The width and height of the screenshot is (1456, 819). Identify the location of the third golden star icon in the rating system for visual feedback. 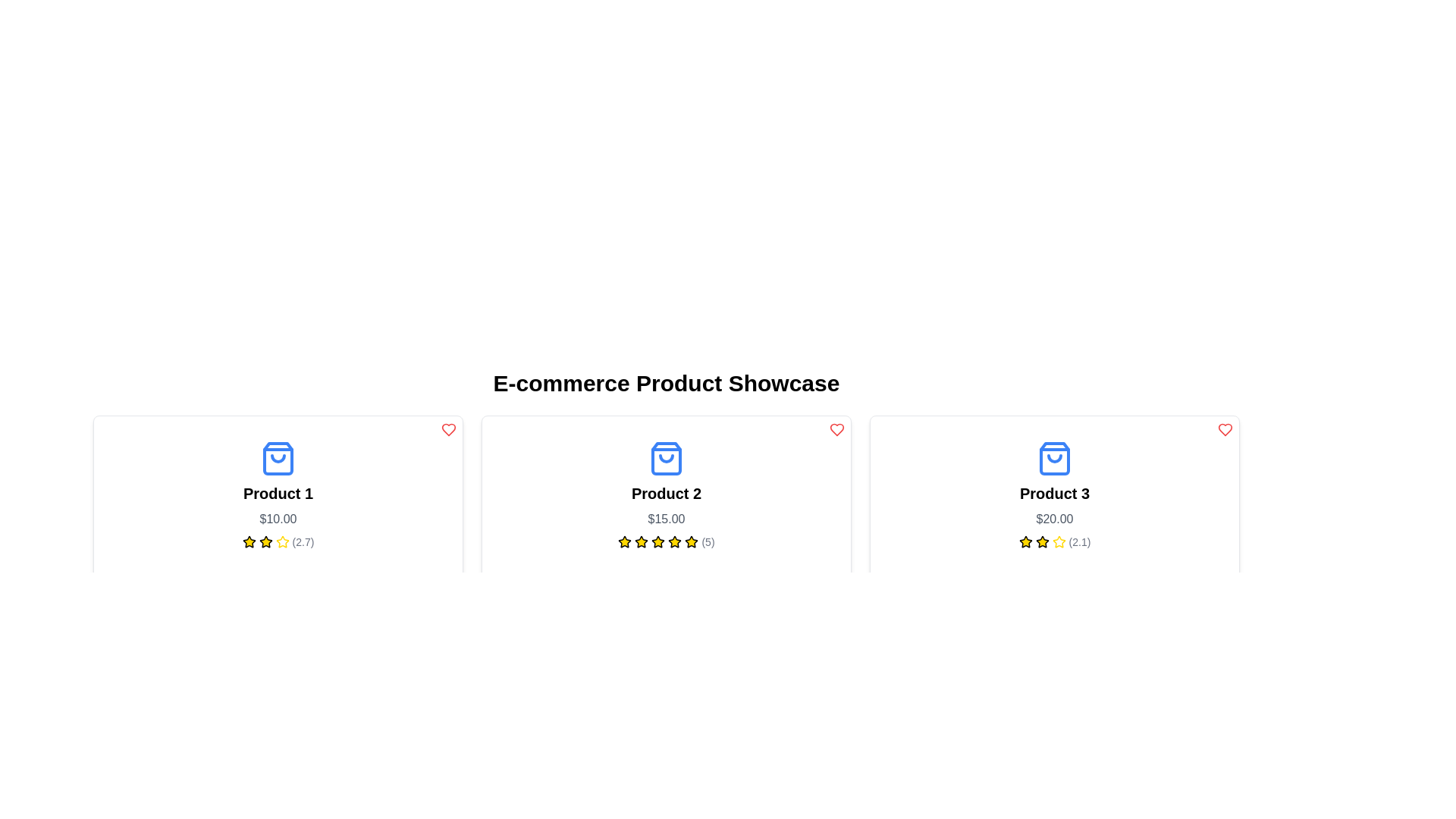
(642, 541).